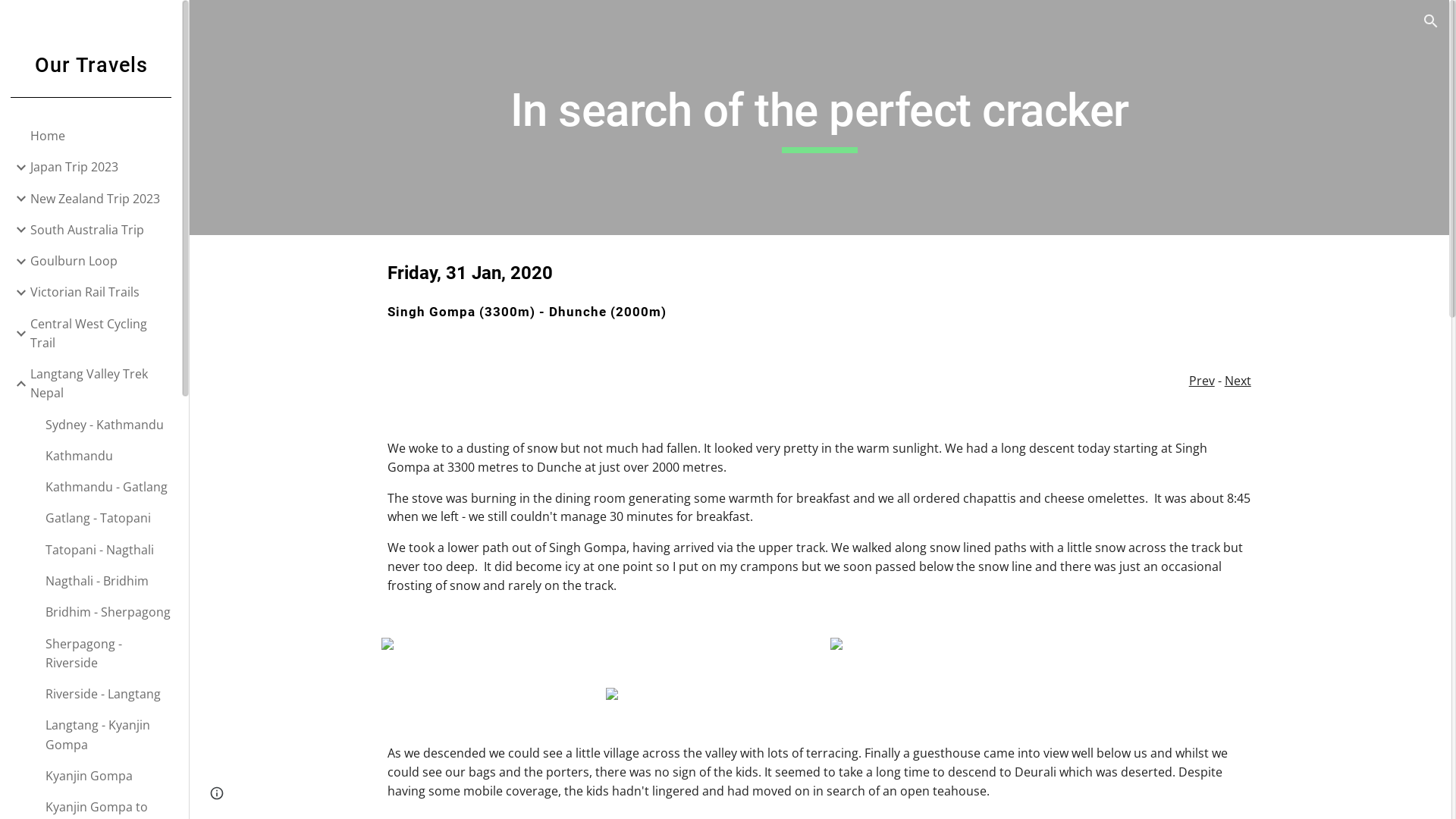 This screenshot has width=1456, height=819. I want to click on 'Langtang - Kyanjin Gompa', so click(107, 734).